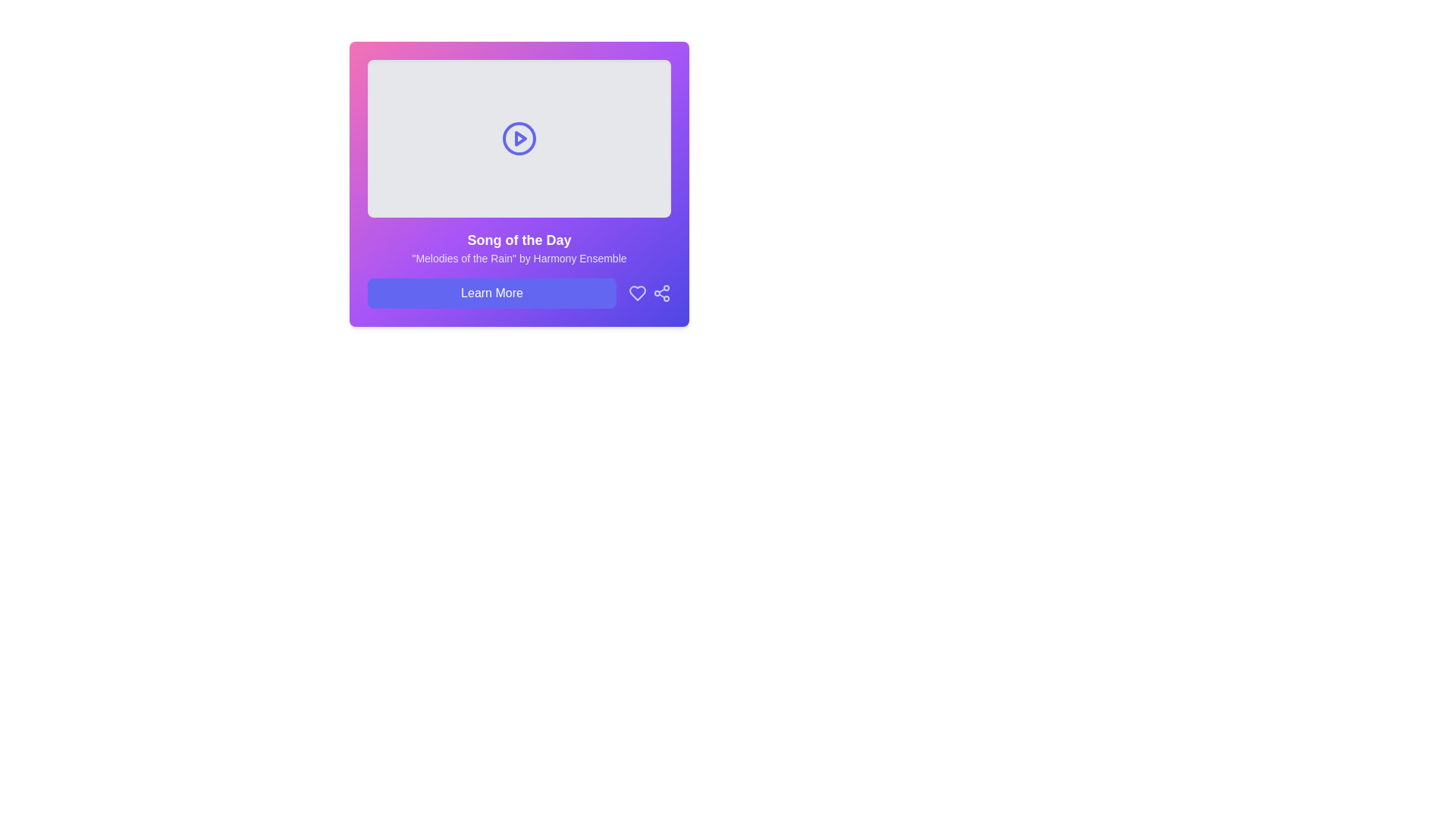  I want to click on the share button with a purple background located in the bottom-right corner of the card interface to visualize interactivity, so click(662, 293).